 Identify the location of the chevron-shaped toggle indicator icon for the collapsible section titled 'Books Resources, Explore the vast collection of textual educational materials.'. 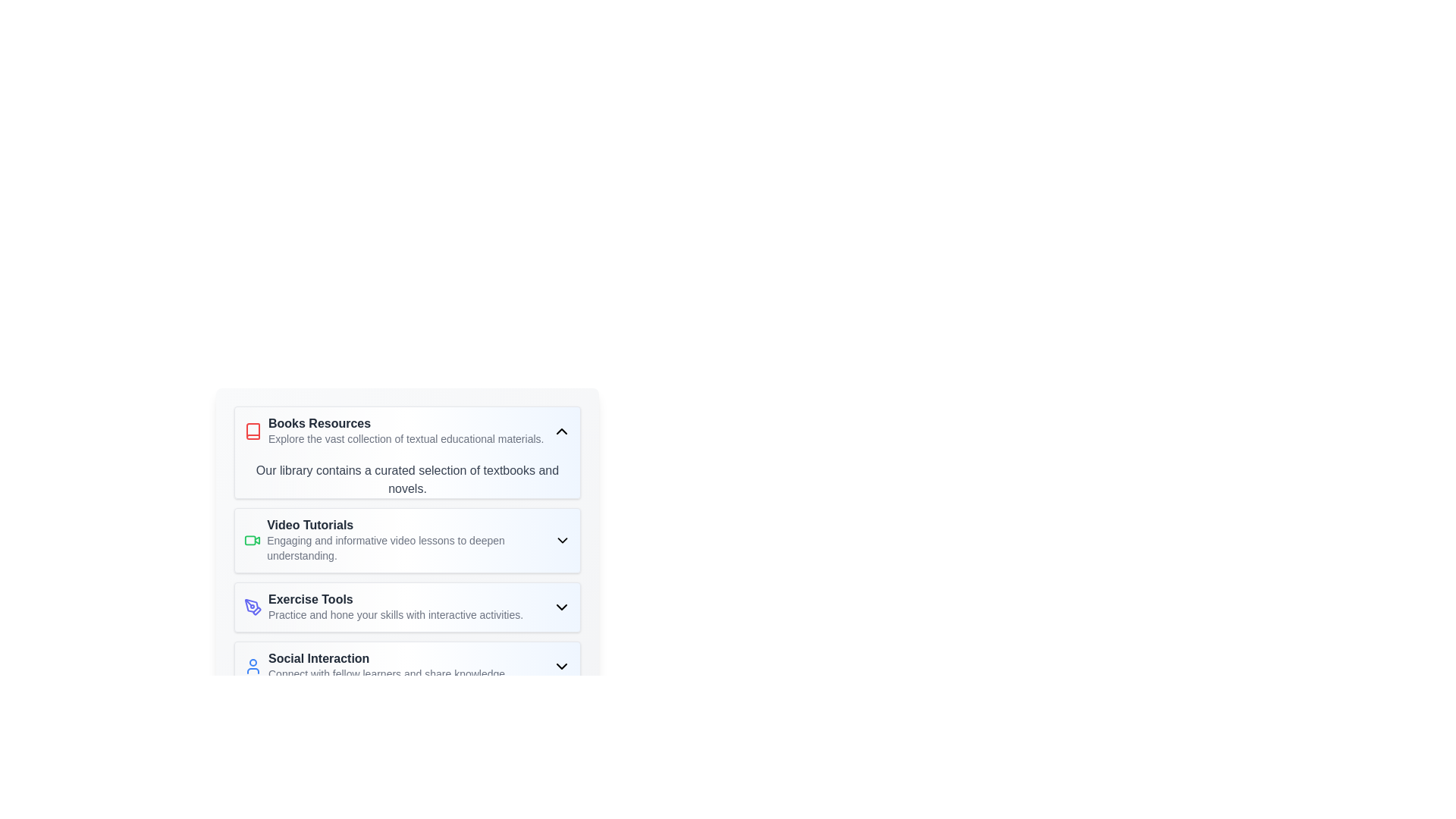
(560, 431).